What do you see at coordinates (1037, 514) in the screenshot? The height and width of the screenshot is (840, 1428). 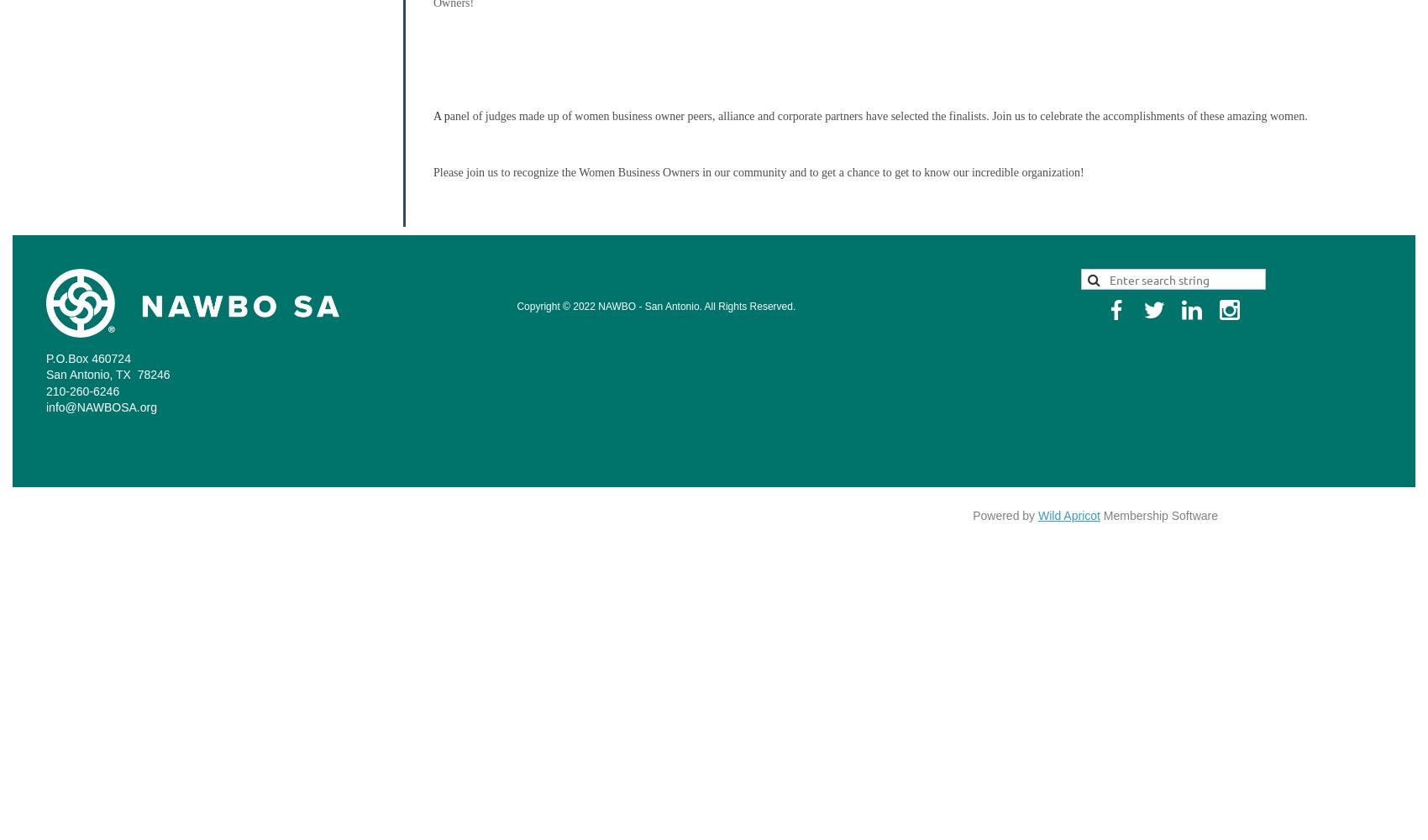 I see `'Wild Apricot'` at bounding box center [1037, 514].